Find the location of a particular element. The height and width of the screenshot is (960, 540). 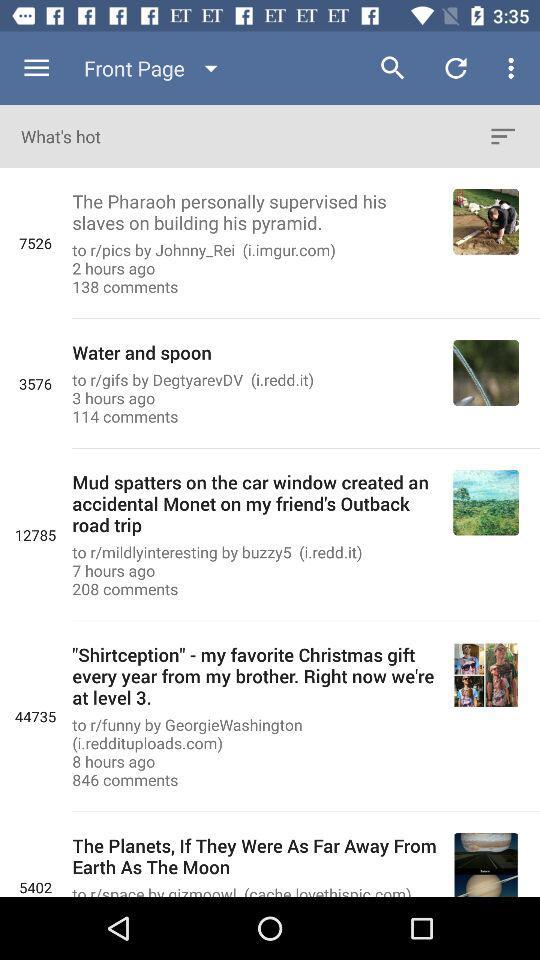

the front page icon is located at coordinates (154, 68).